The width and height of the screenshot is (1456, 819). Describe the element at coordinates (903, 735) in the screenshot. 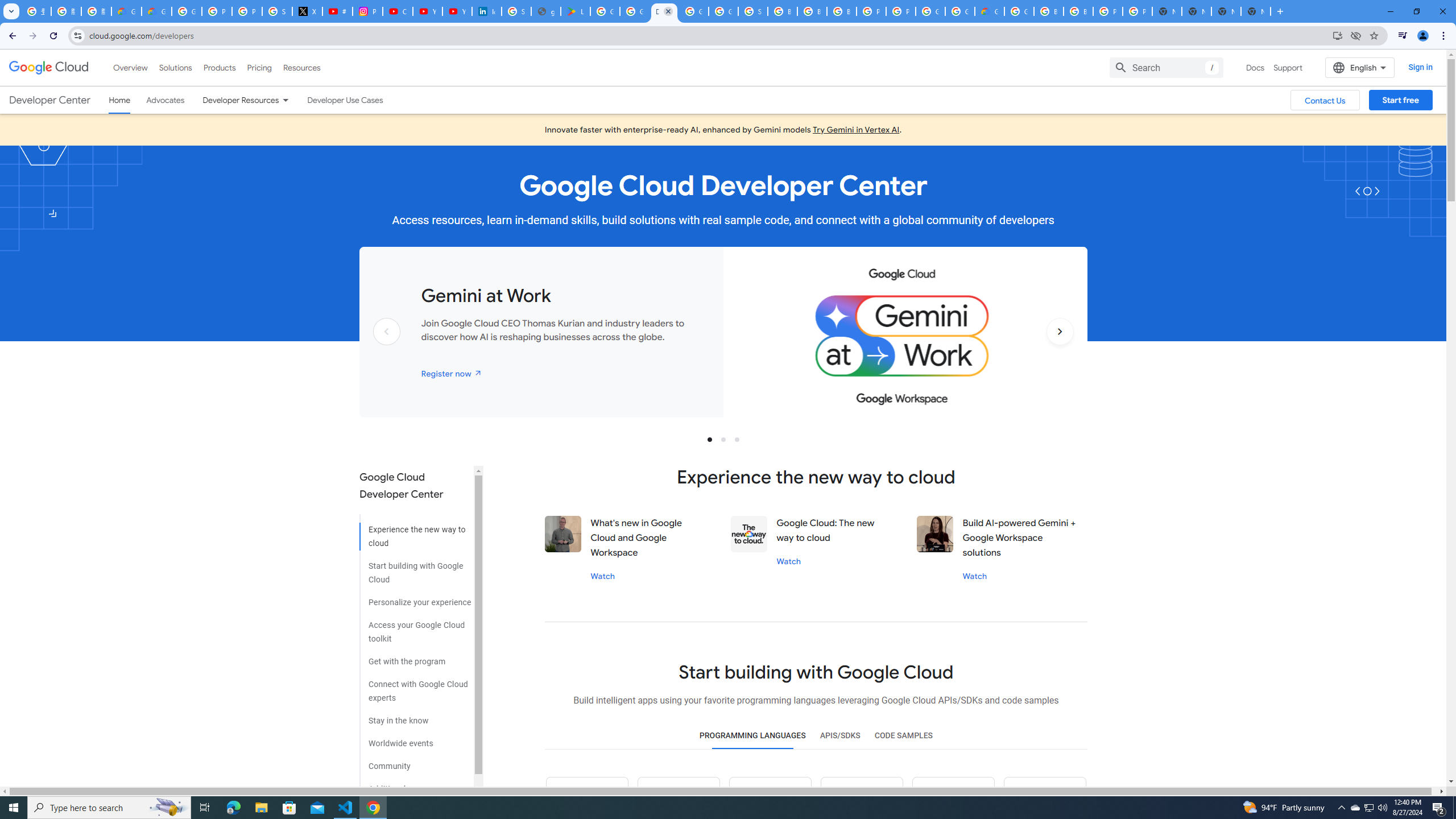

I see `'CODE SAMPLES'` at that location.